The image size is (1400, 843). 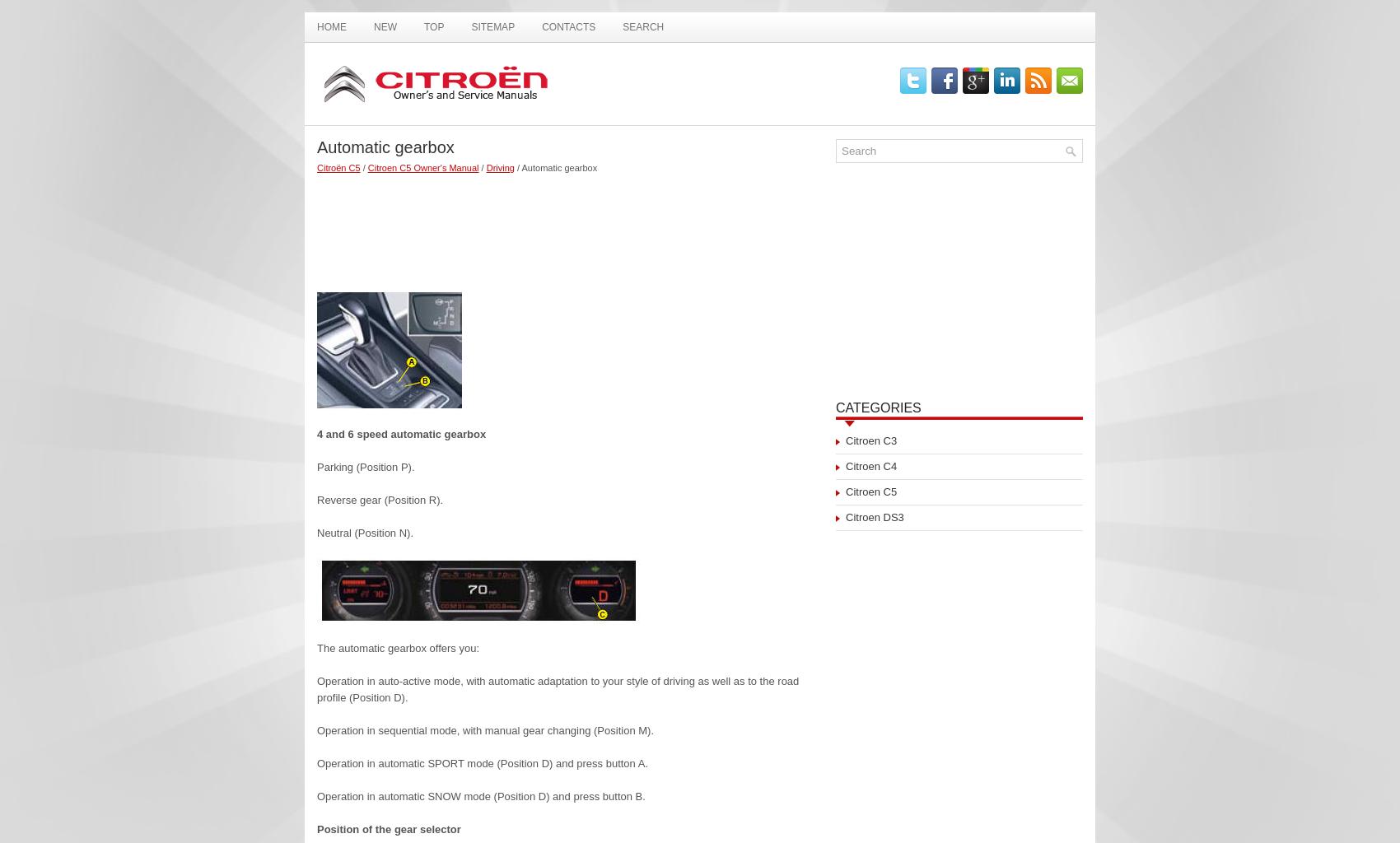 I want to click on 'Operation in automatic SPORT mode (Position D) and press button A.', so click(x=481, y=762).